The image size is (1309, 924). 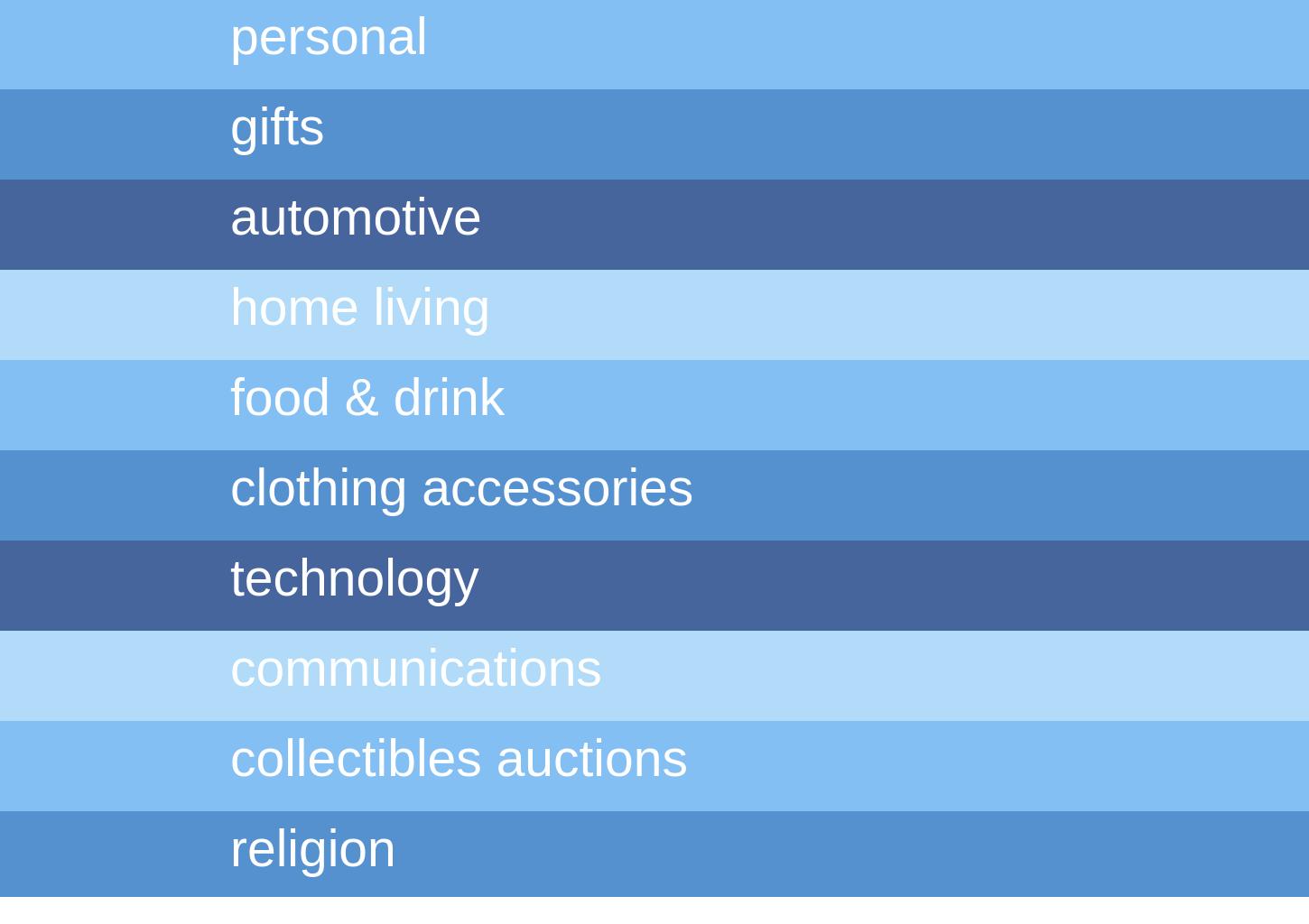 I want to click on 'food & drink', so click(x=230, y=397).